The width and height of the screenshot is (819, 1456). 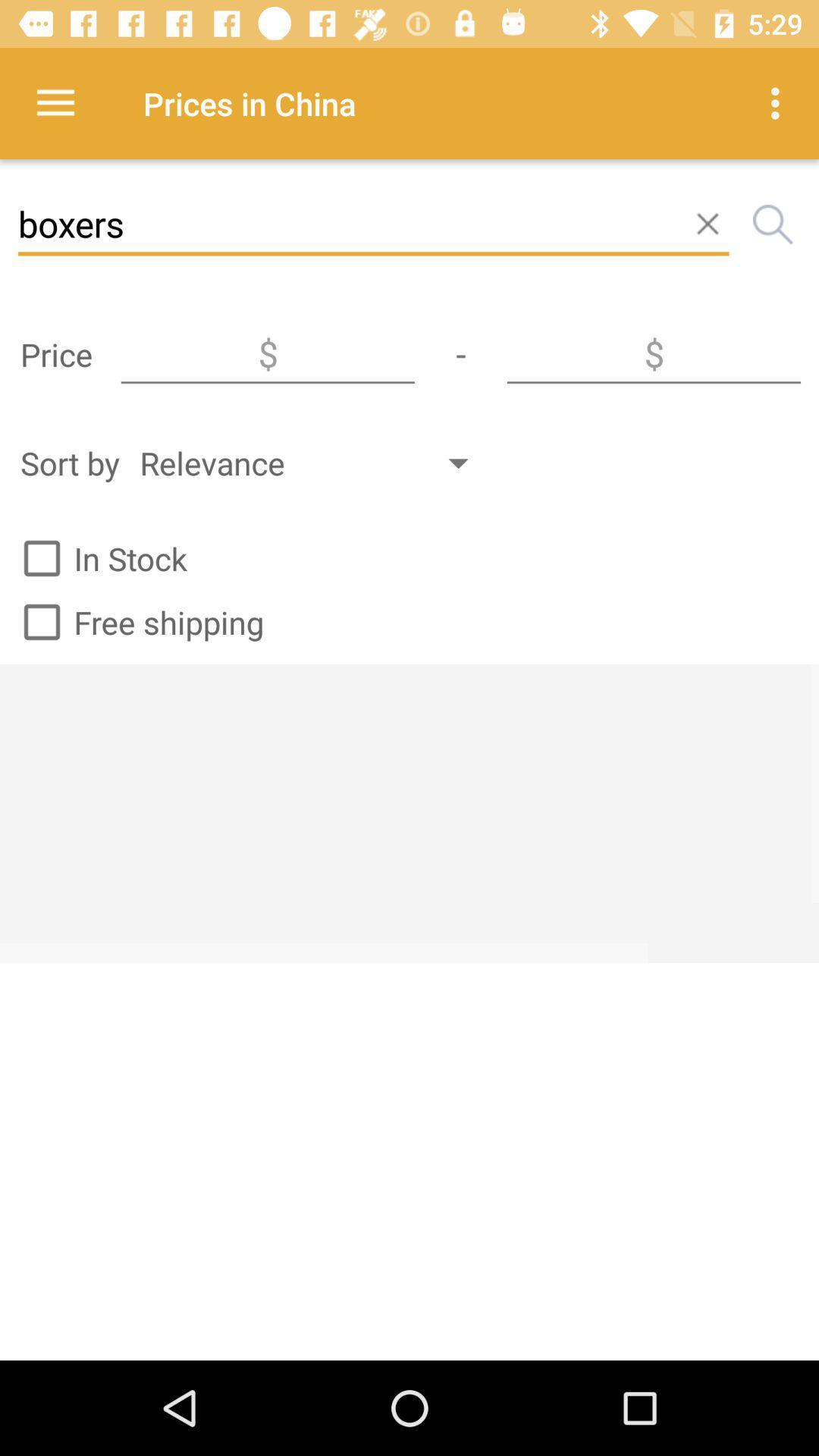 I want to click on the in stock, so click(x=99, y=557).